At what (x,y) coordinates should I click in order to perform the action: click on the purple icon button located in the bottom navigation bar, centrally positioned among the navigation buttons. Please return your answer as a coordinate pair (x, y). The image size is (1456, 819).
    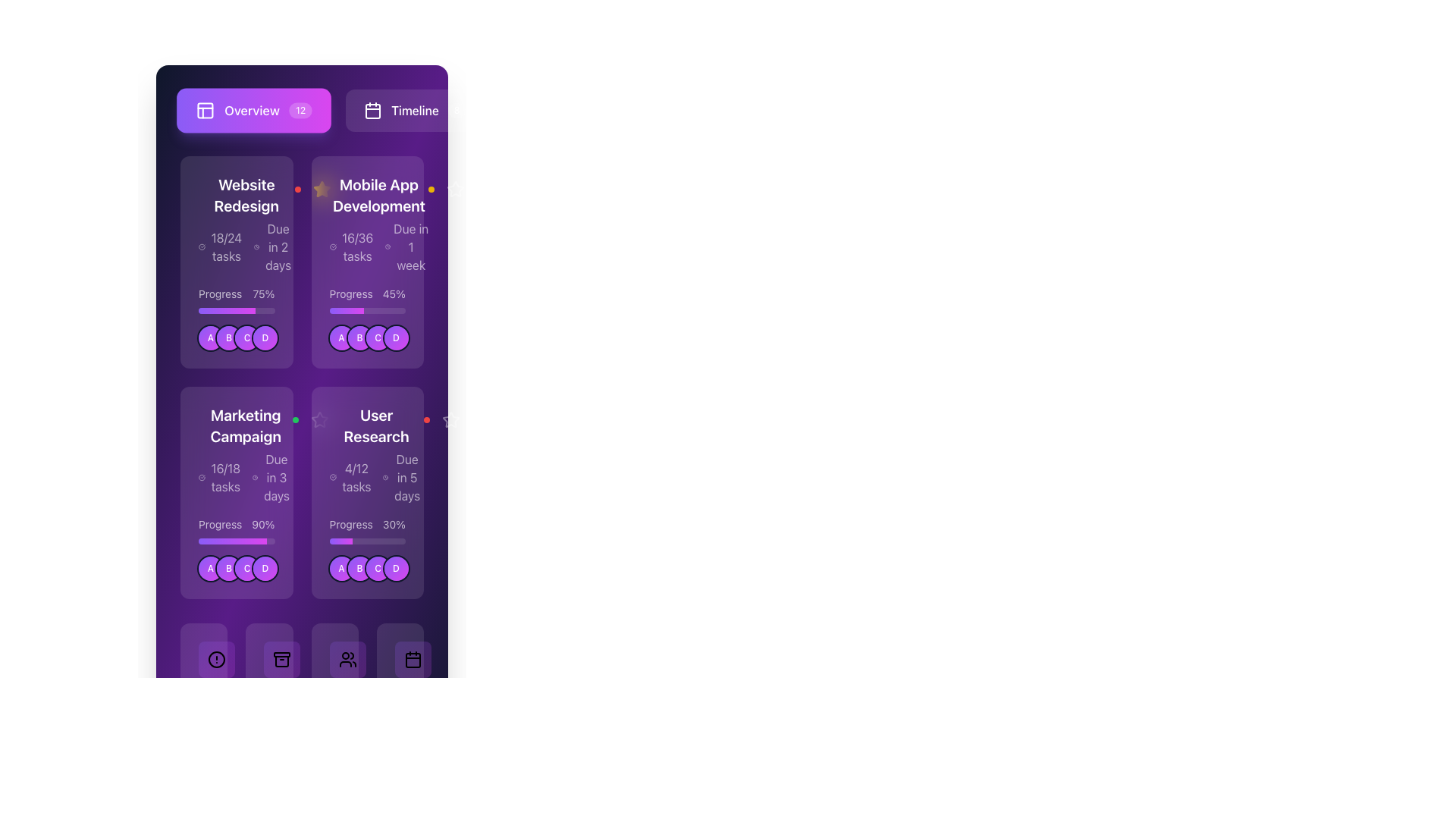
    Looking at the image, I should click on (269, 659).